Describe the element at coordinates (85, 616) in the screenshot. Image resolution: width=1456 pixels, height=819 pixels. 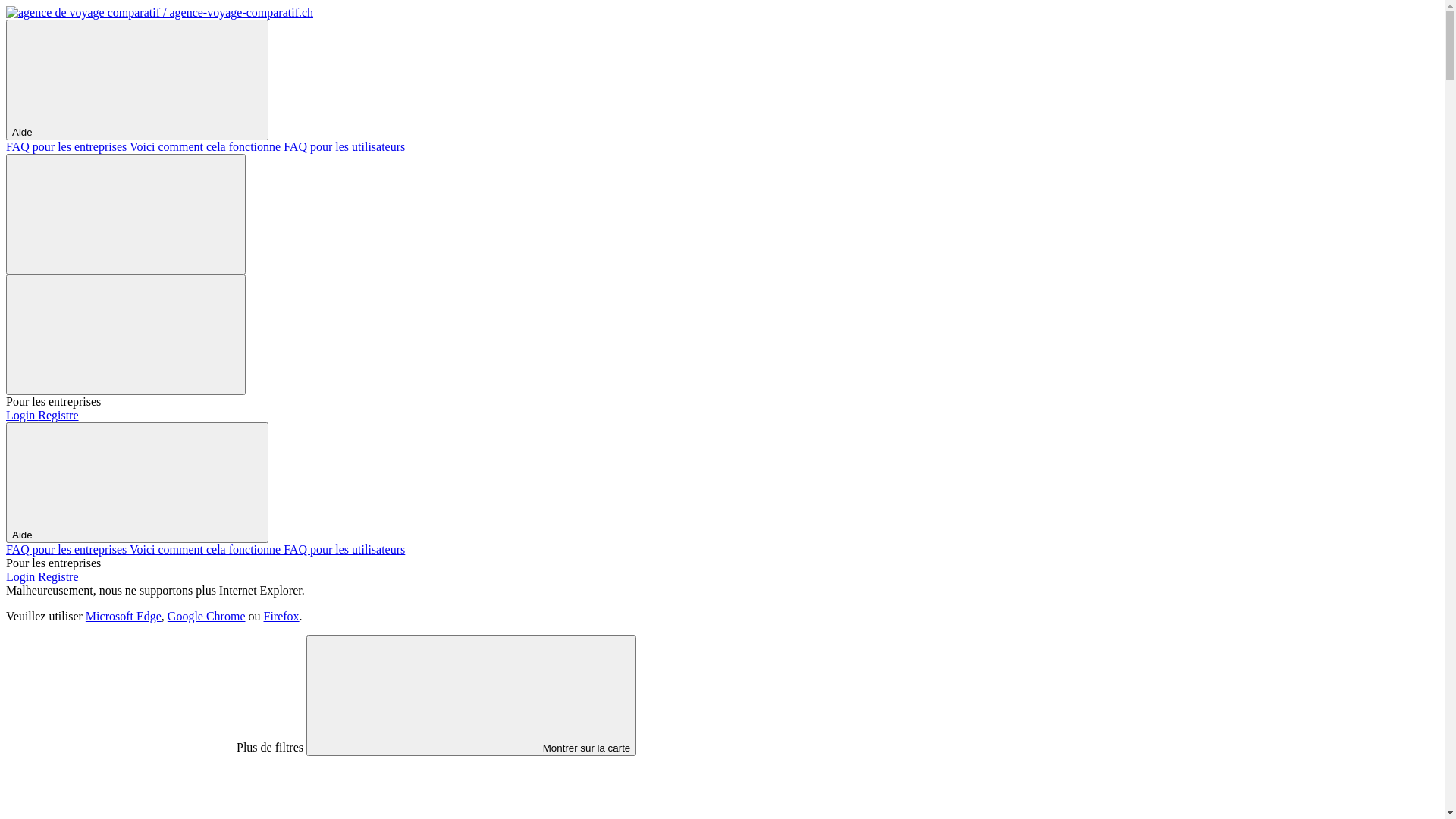
I see `'Microsoft Edge'` at that location.